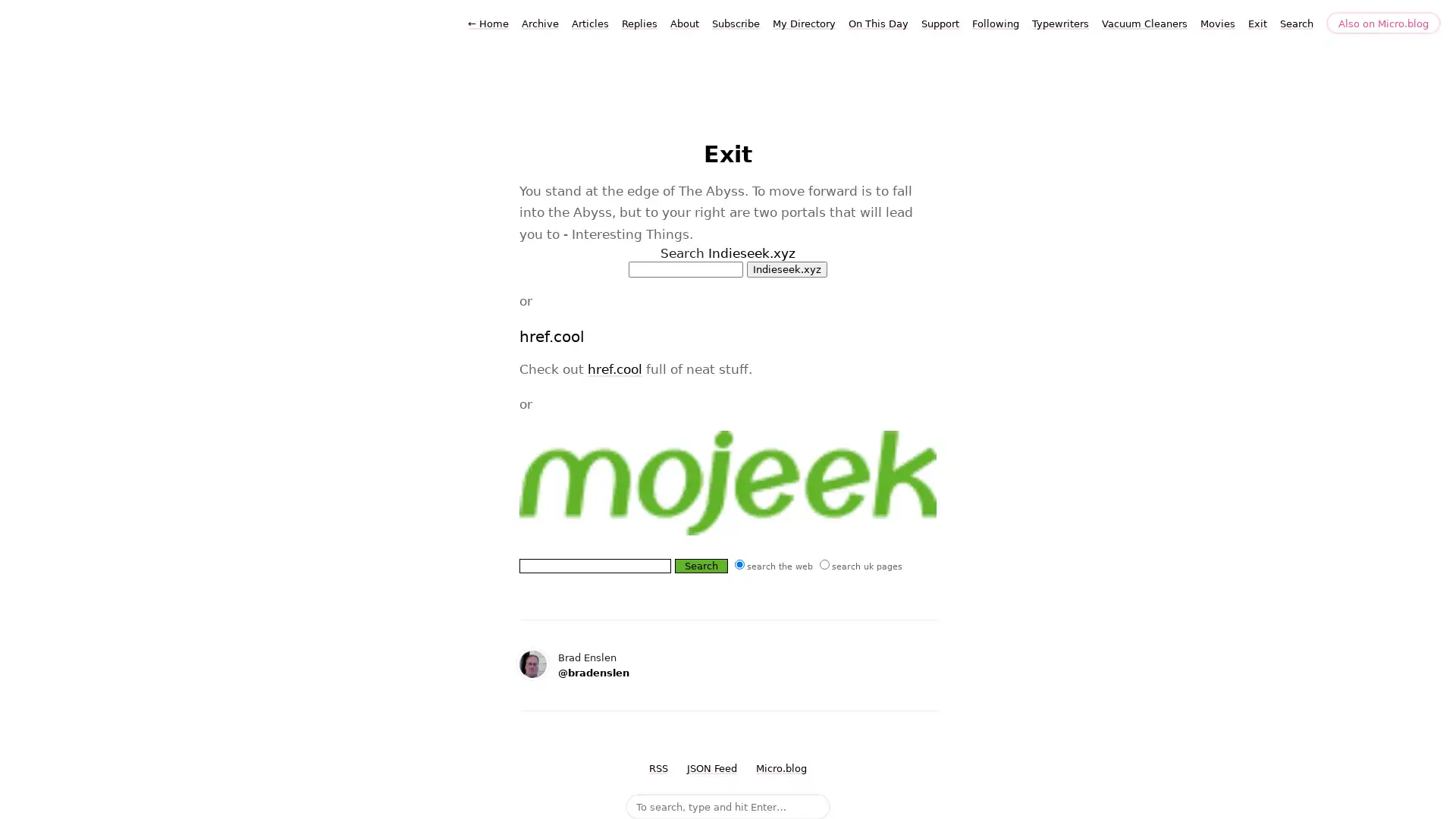 Image resolution: width=1456 pixels, height=819 pixels. I want to click on Search, so click(701, 565).